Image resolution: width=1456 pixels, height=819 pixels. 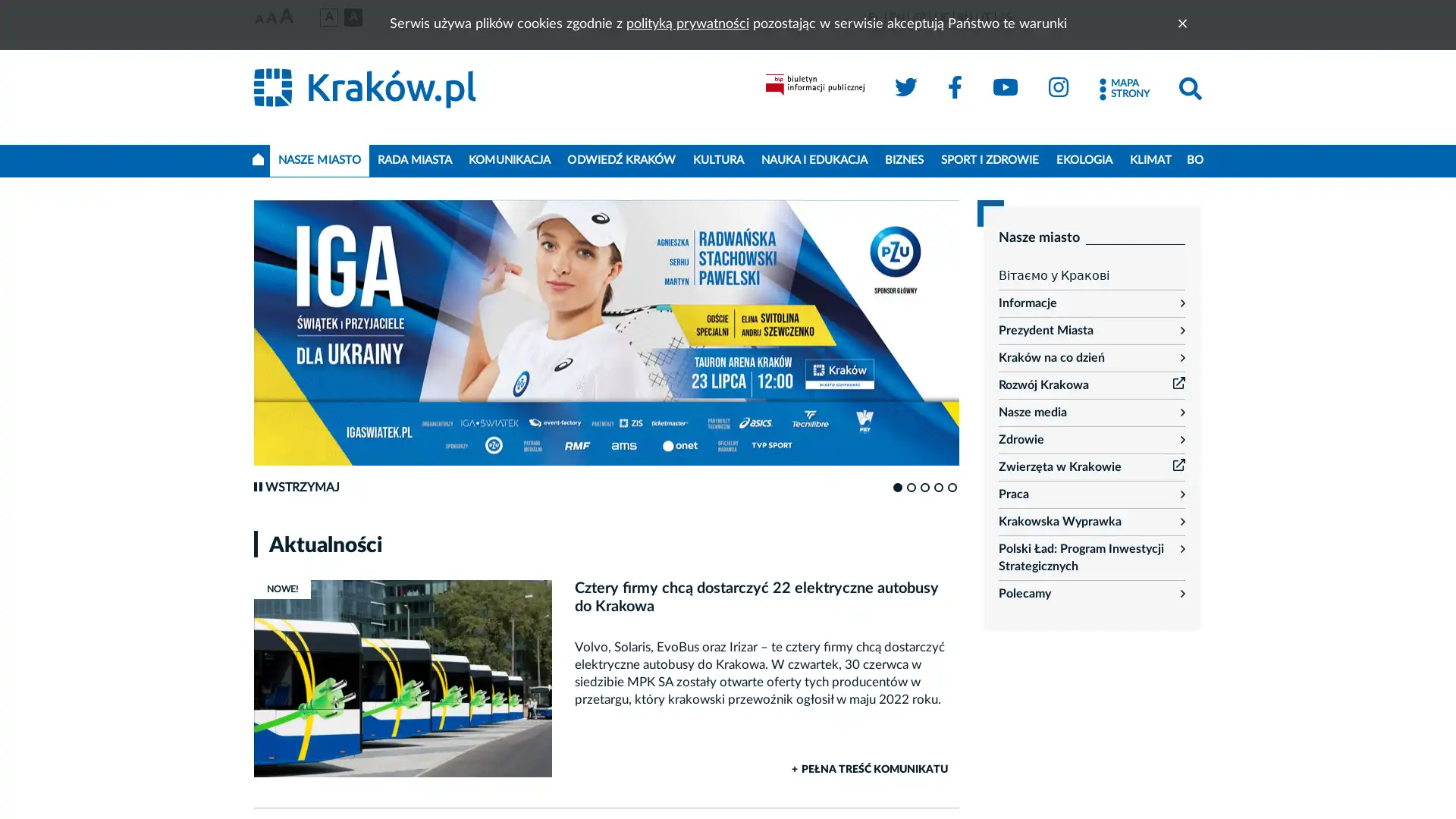 I want to click on Wersja podstawowa, so click(x=328, y=17).